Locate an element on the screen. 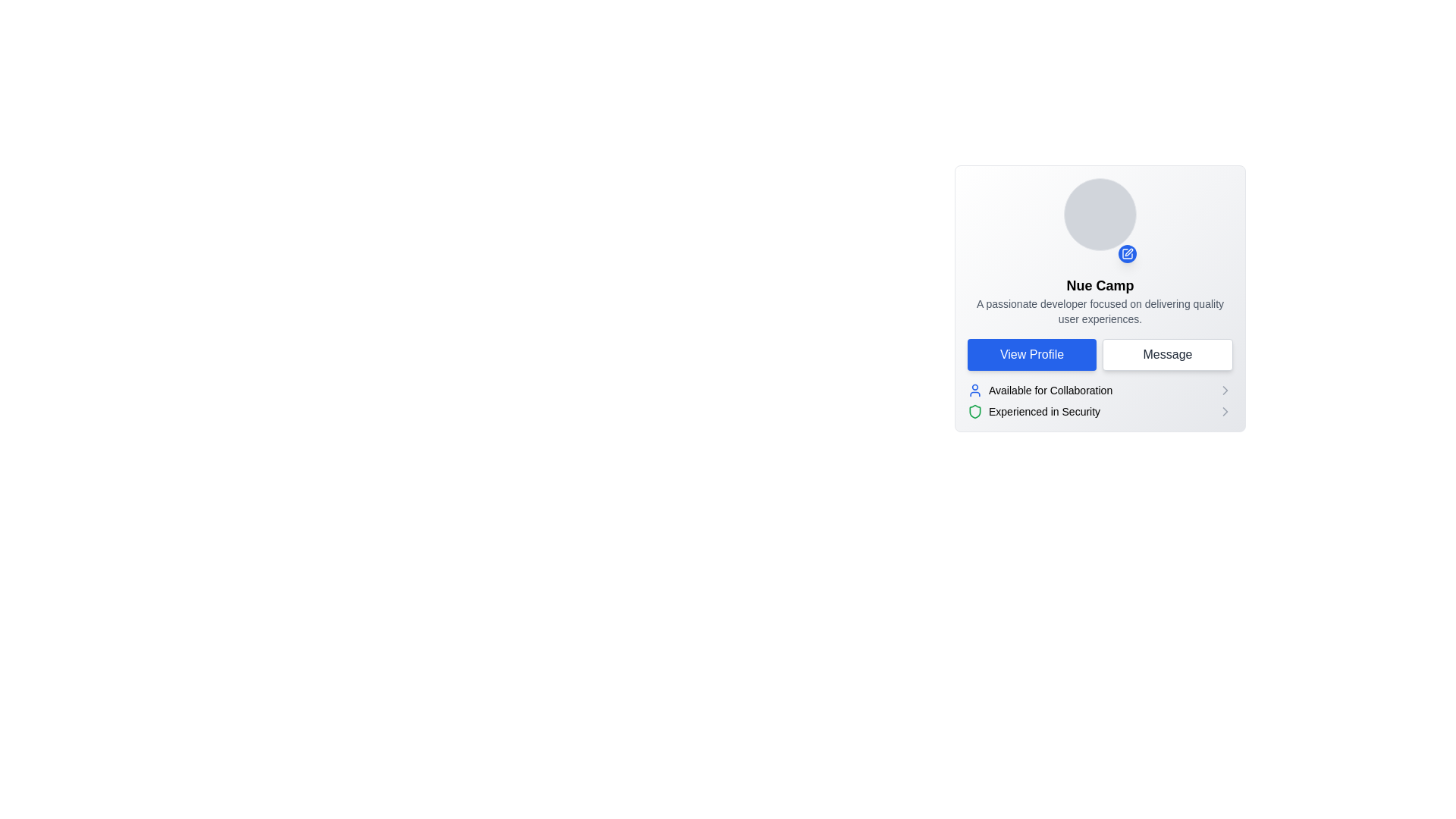 This screenshot has height=819, width=1456. the 'View Profile' button with a blue background and white text to trigger the hover state, changing its background color is located at coordinates (1031, 354).